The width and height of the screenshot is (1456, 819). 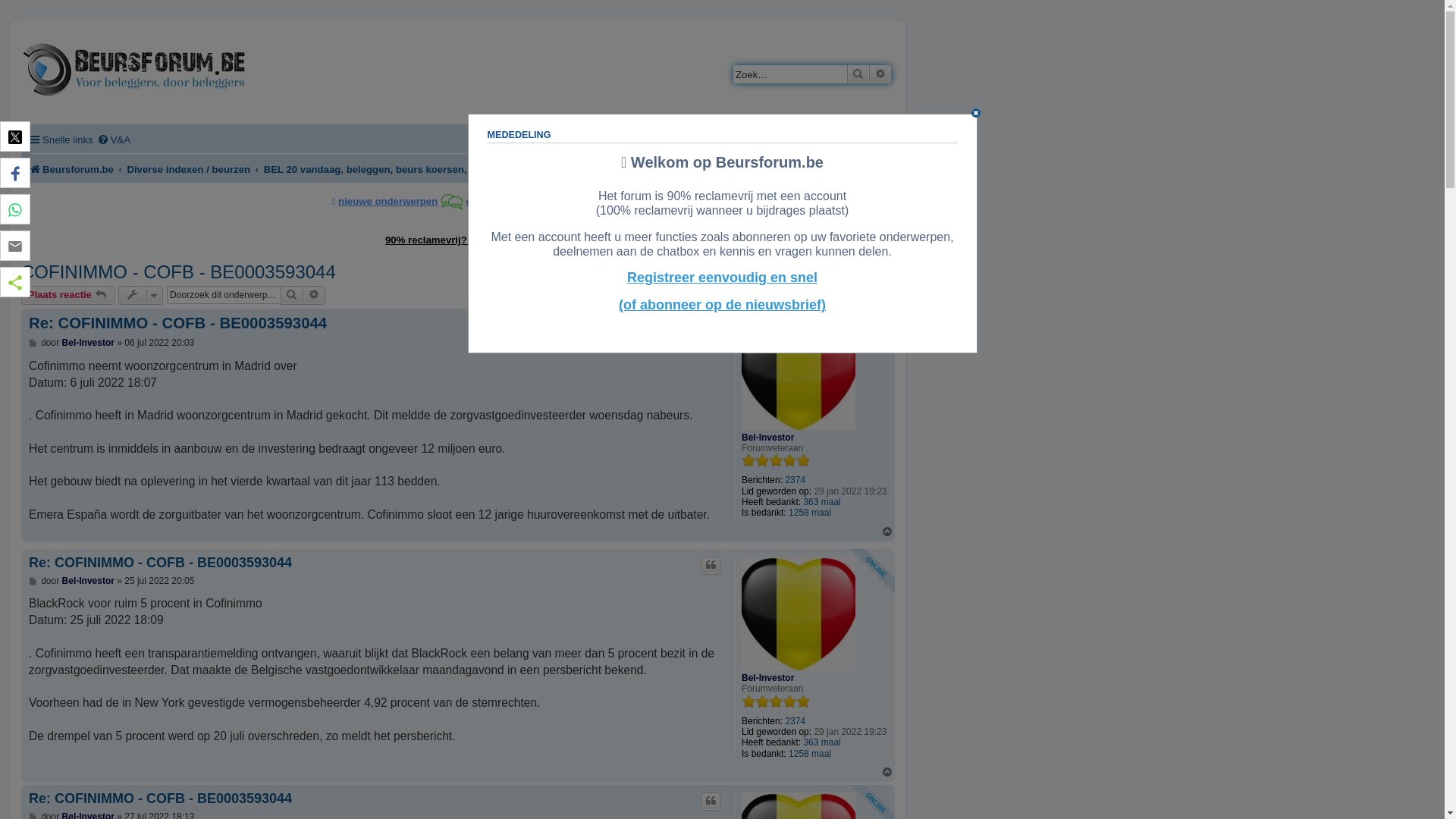 I want to click on 'Citeer', so click(x=709, y=565).